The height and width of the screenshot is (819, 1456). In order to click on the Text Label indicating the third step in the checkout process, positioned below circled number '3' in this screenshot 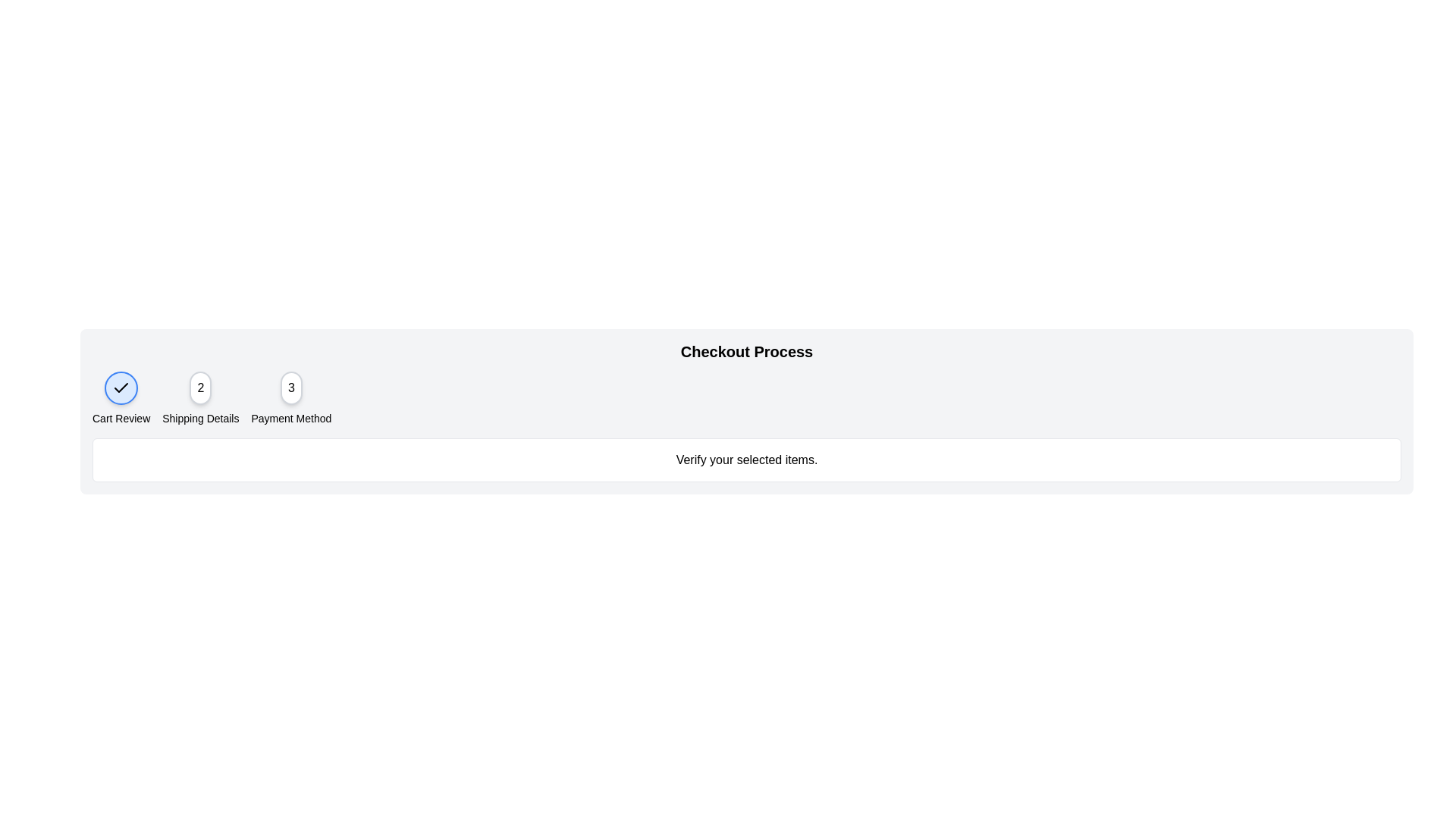, I will do `click(291, 418)`.